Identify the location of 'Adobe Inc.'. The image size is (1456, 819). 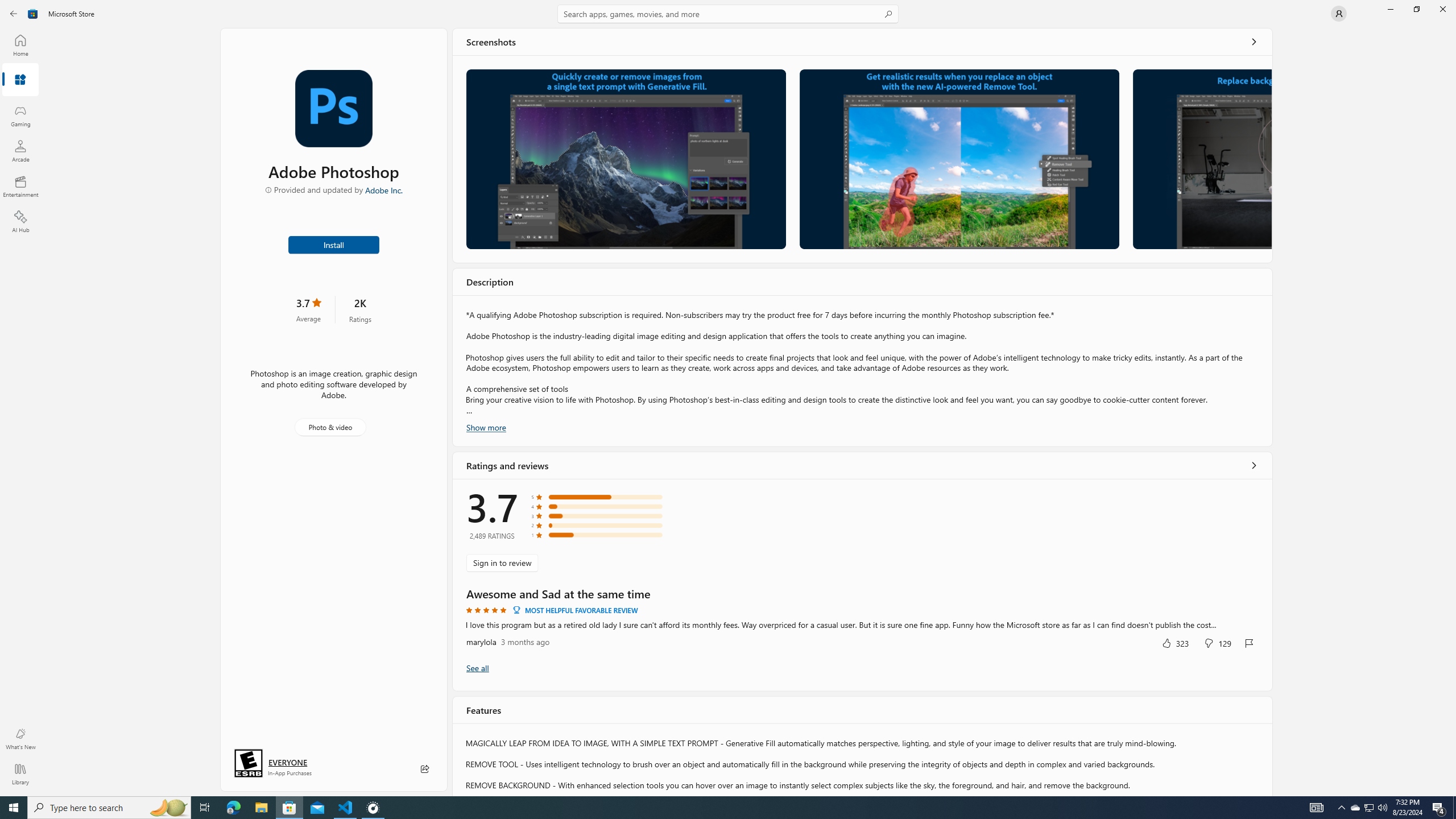
(383, 189).